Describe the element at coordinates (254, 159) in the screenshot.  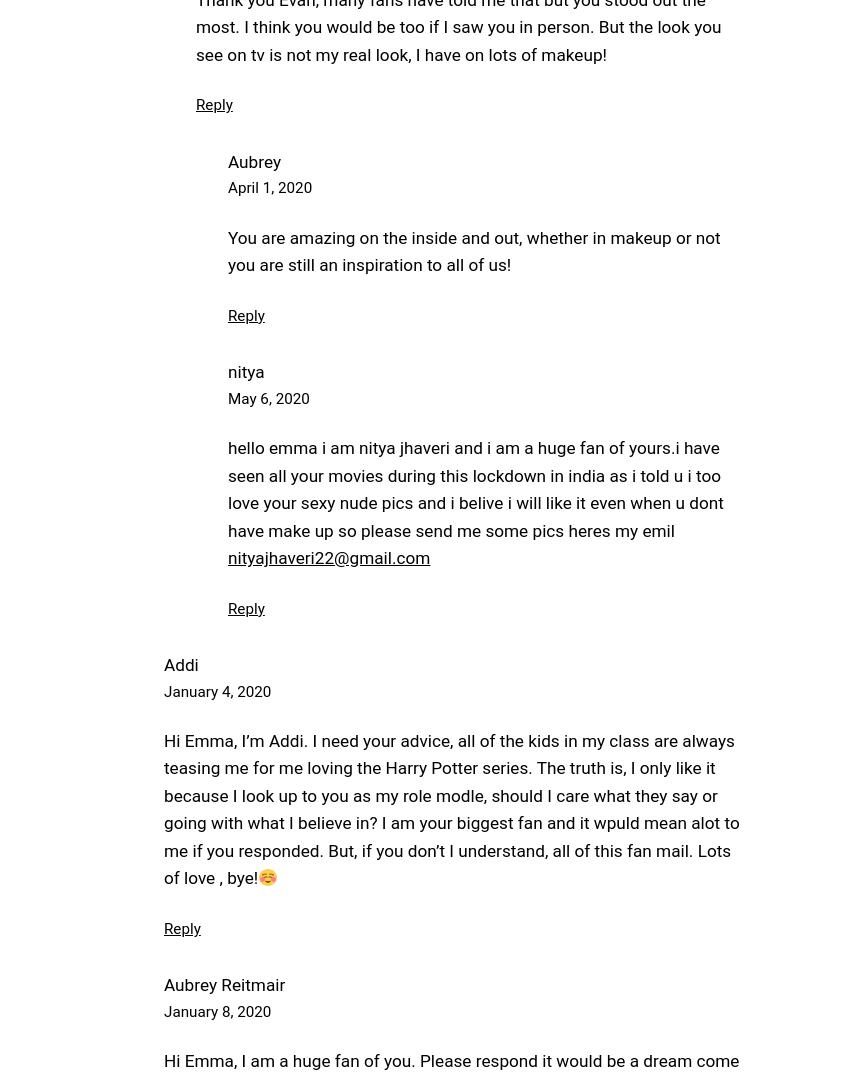
I see `'Aubrey'` at that location.